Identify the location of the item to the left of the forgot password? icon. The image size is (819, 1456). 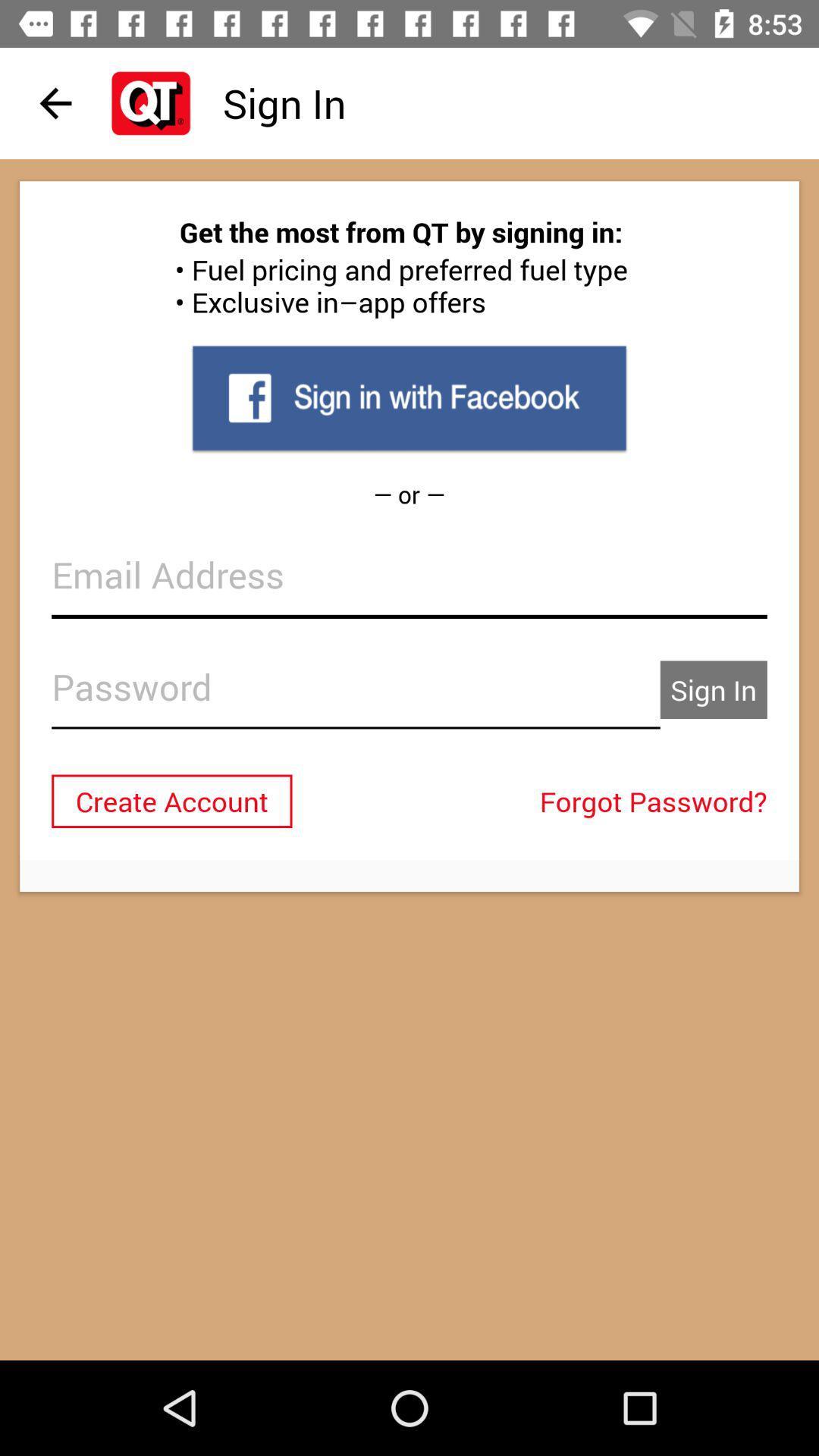
(171, 800).